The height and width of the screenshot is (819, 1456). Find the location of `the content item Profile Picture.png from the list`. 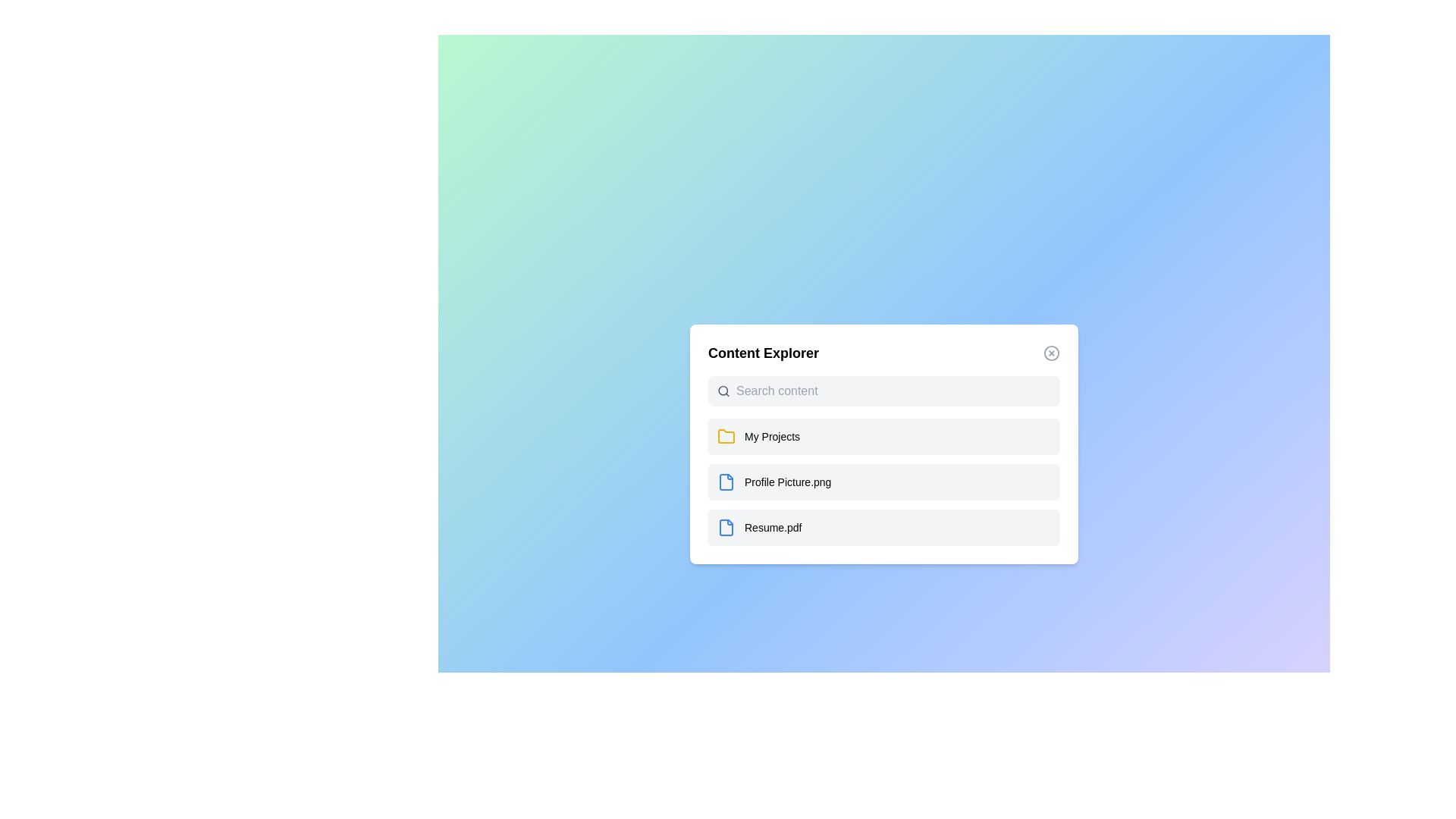

the content item Profile Picture.png from the list is located at coordinates (884, 482).